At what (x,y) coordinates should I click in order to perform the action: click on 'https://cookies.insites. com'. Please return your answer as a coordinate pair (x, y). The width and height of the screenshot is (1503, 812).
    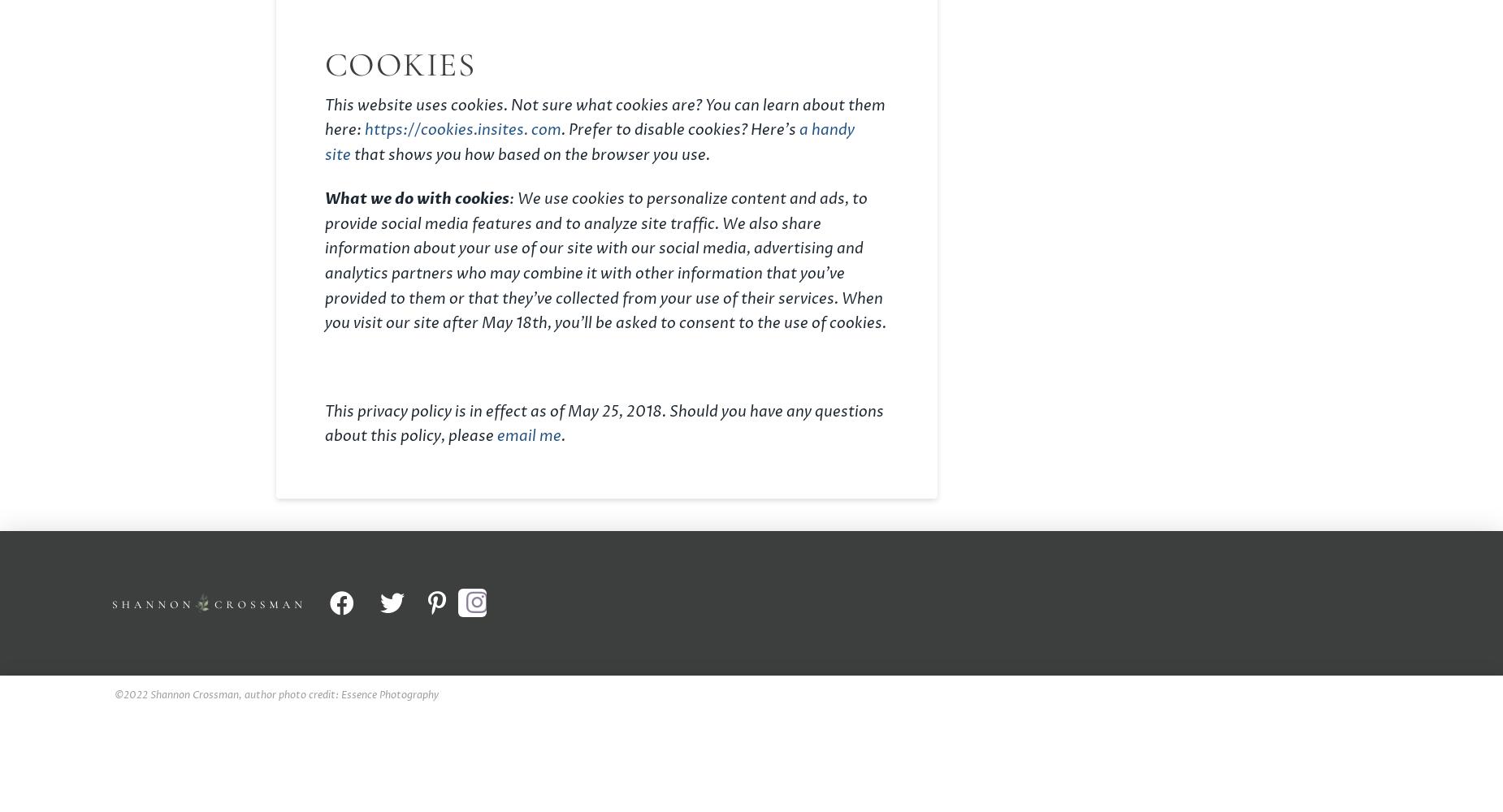
    Looking at the image, I should click on (462, 130).